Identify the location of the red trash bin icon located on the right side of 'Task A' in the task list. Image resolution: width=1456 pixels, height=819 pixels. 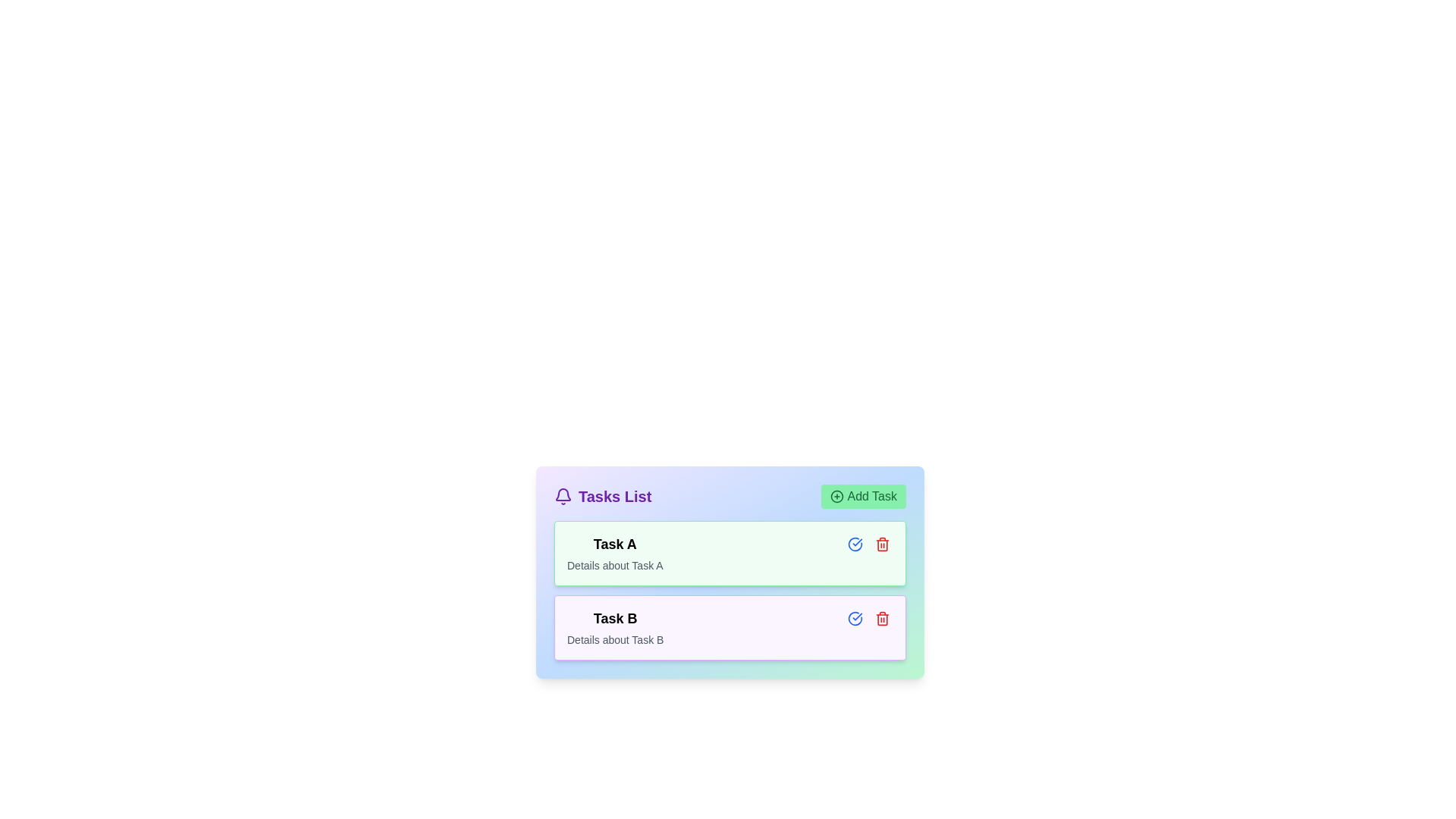
(882, 543).